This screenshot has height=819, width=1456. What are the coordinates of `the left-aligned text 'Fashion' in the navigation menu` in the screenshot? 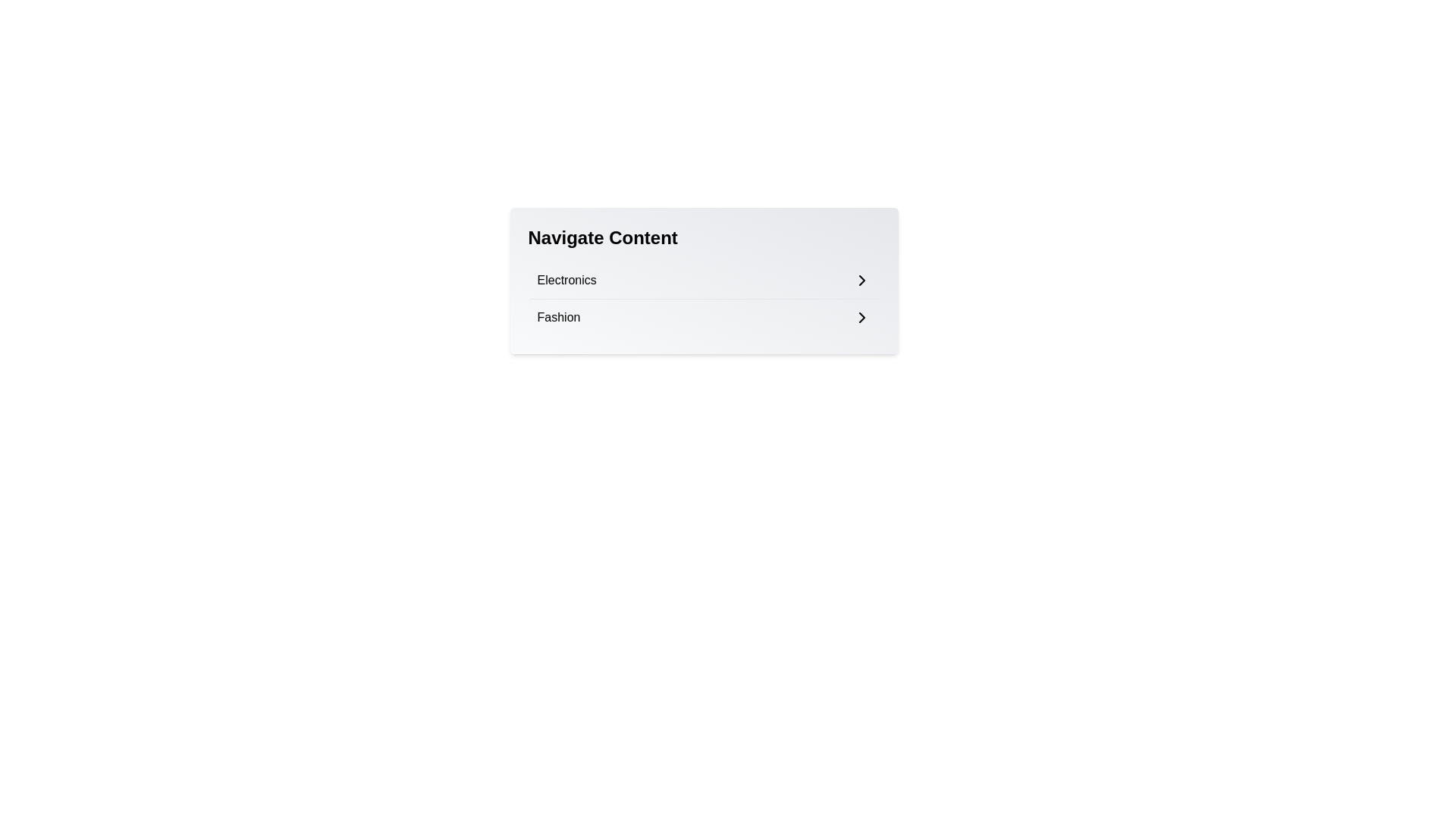 It's located at (557, 317).